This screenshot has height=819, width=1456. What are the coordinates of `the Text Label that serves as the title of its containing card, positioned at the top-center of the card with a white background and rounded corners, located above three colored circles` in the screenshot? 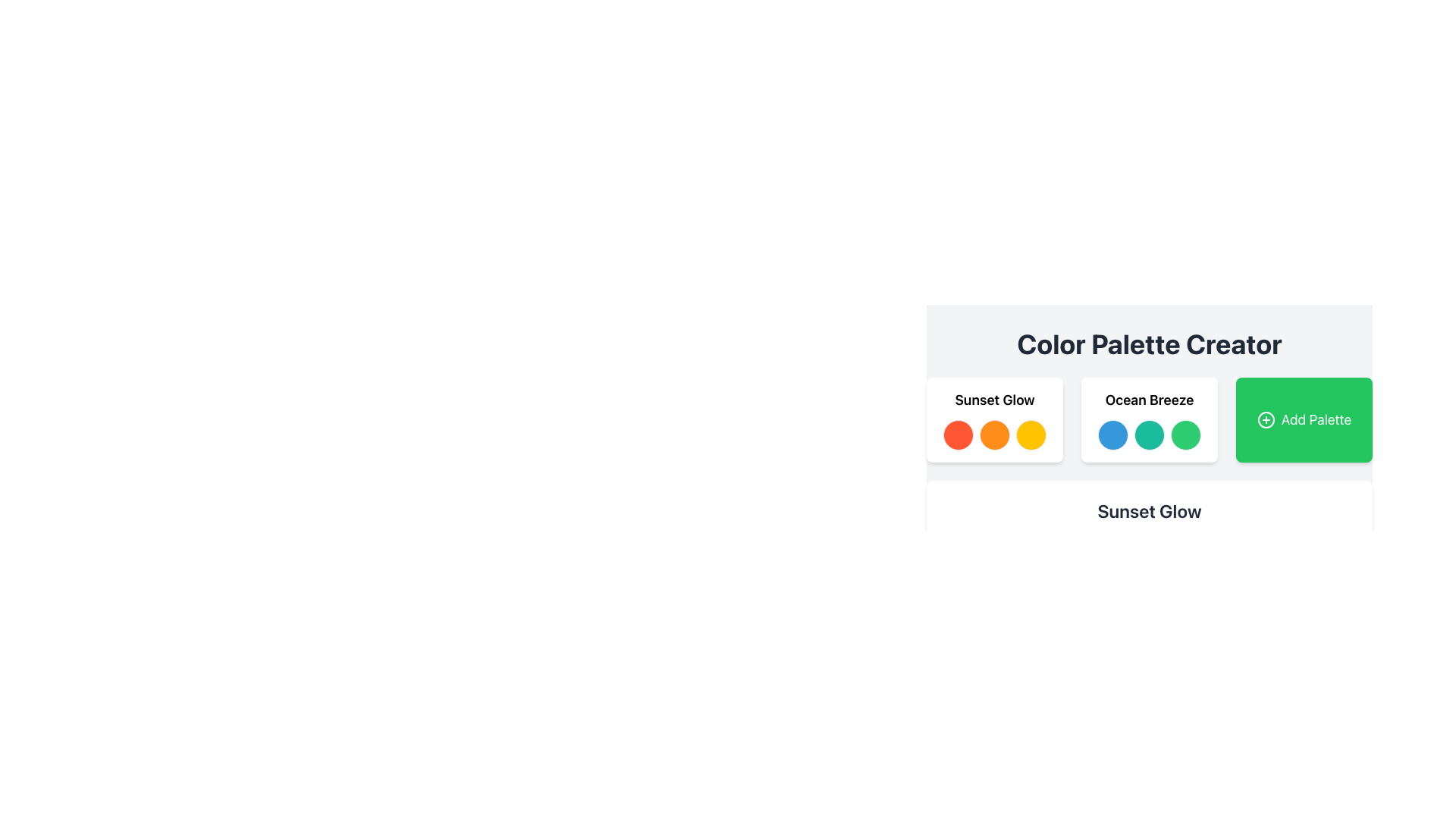 It's located at (1150, 400).